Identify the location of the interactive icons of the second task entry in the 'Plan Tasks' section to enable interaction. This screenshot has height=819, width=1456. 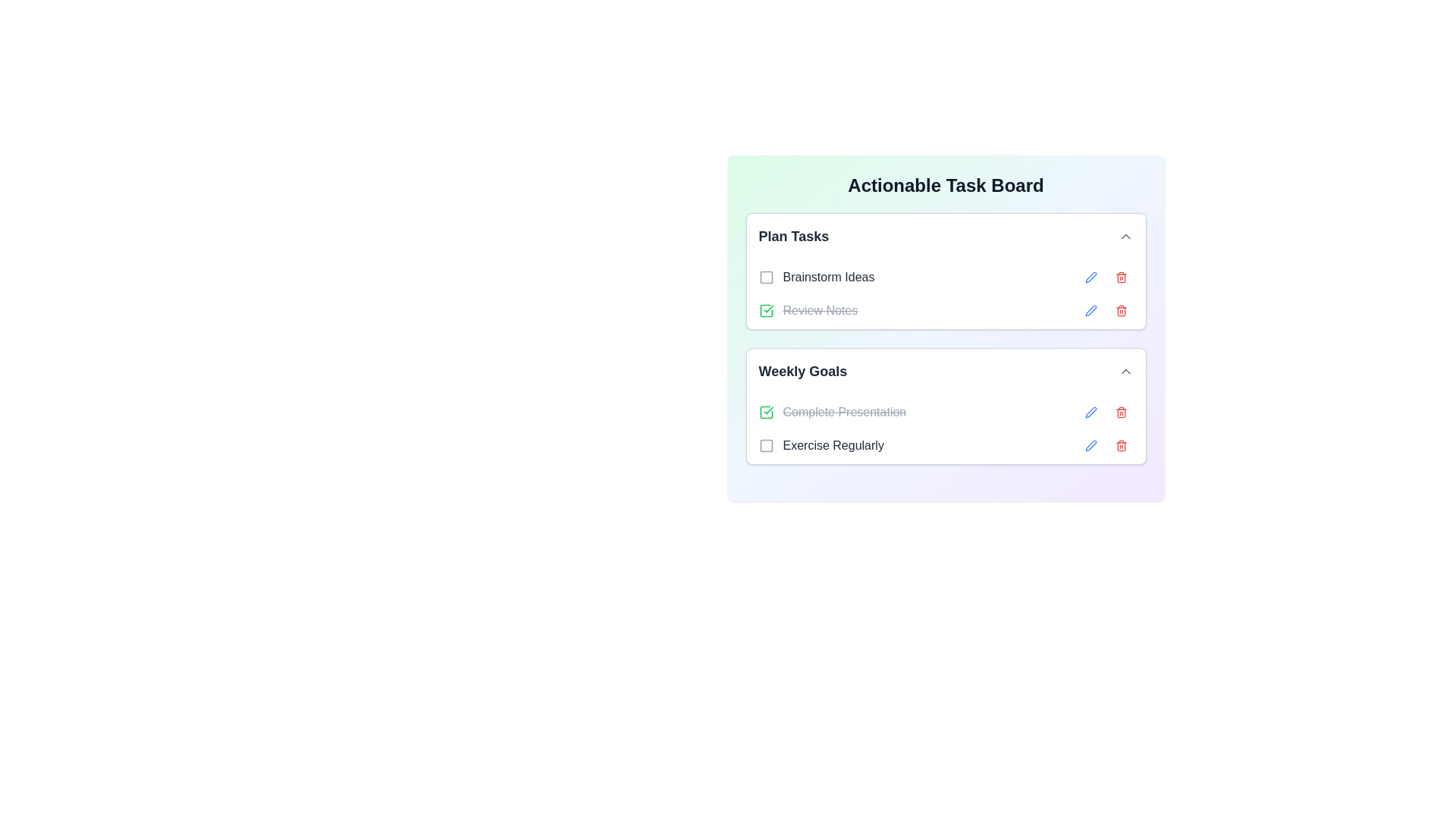
(945, 309).